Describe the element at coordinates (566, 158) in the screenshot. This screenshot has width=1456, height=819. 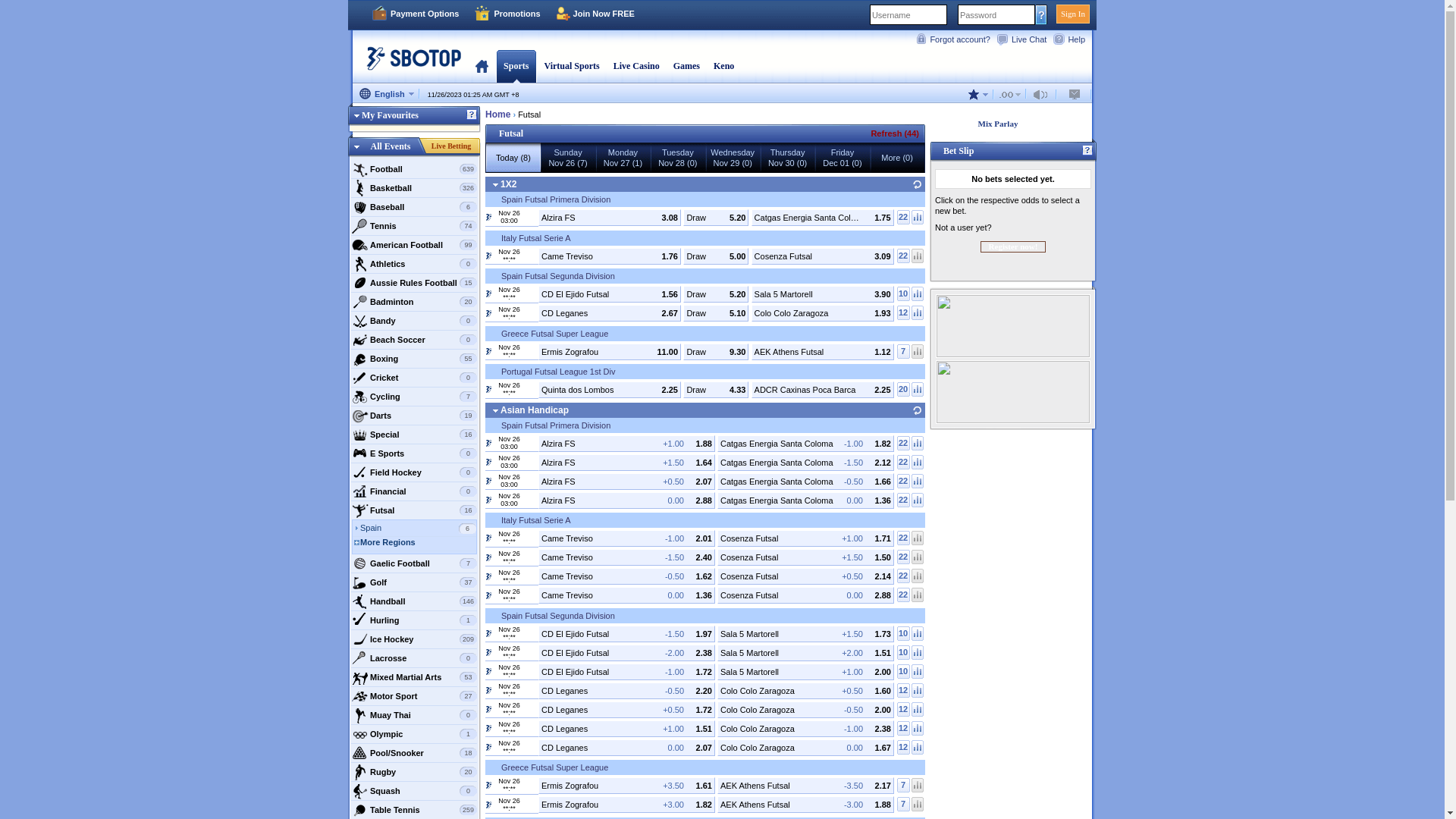
I see `'Sunday` at that location.